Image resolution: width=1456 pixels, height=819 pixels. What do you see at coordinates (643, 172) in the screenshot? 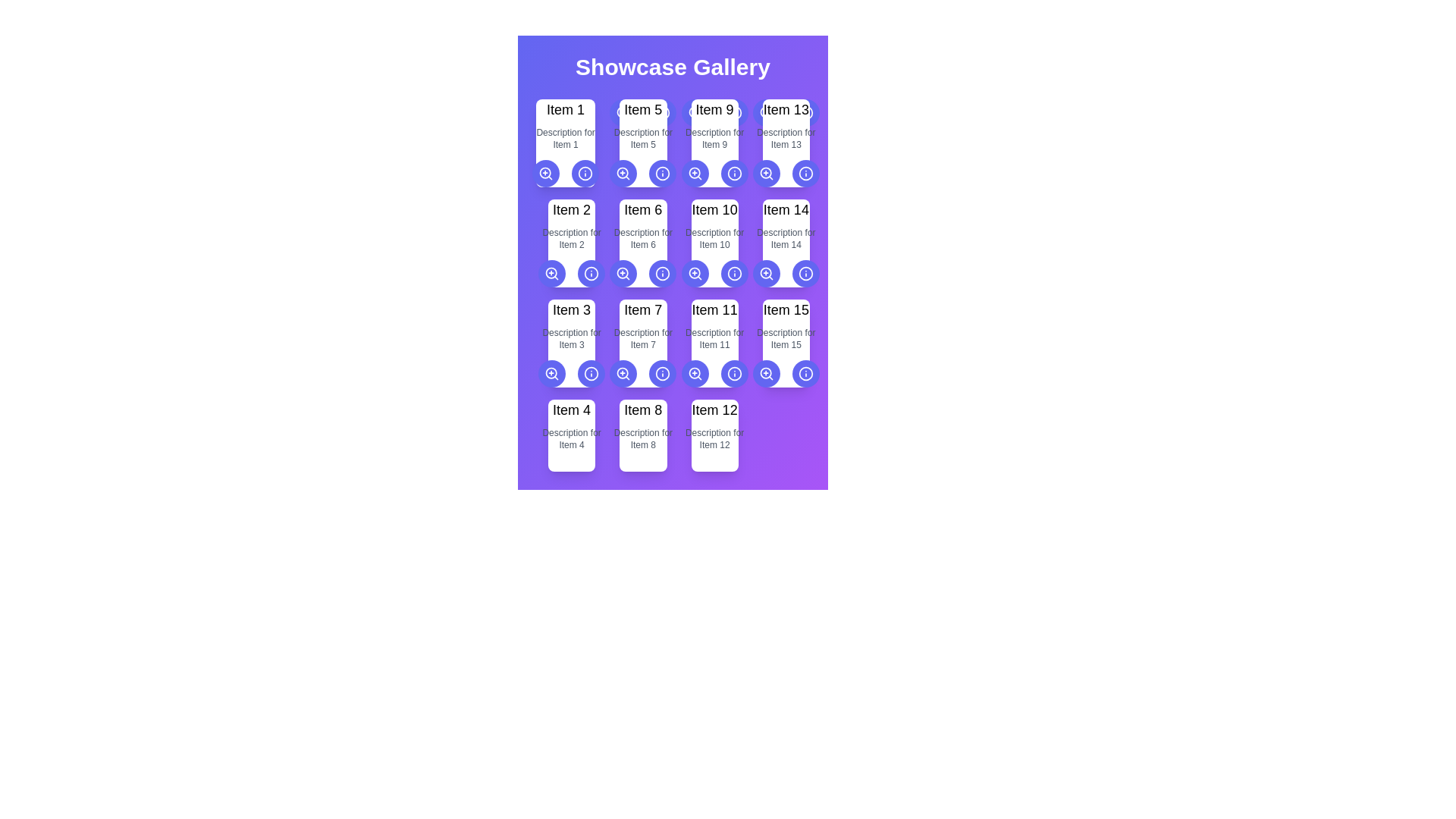
I see `the left button of the composite UI component for 'Item 5' to zoom into or magnify details related to the item` at bounding box center [643, 172].